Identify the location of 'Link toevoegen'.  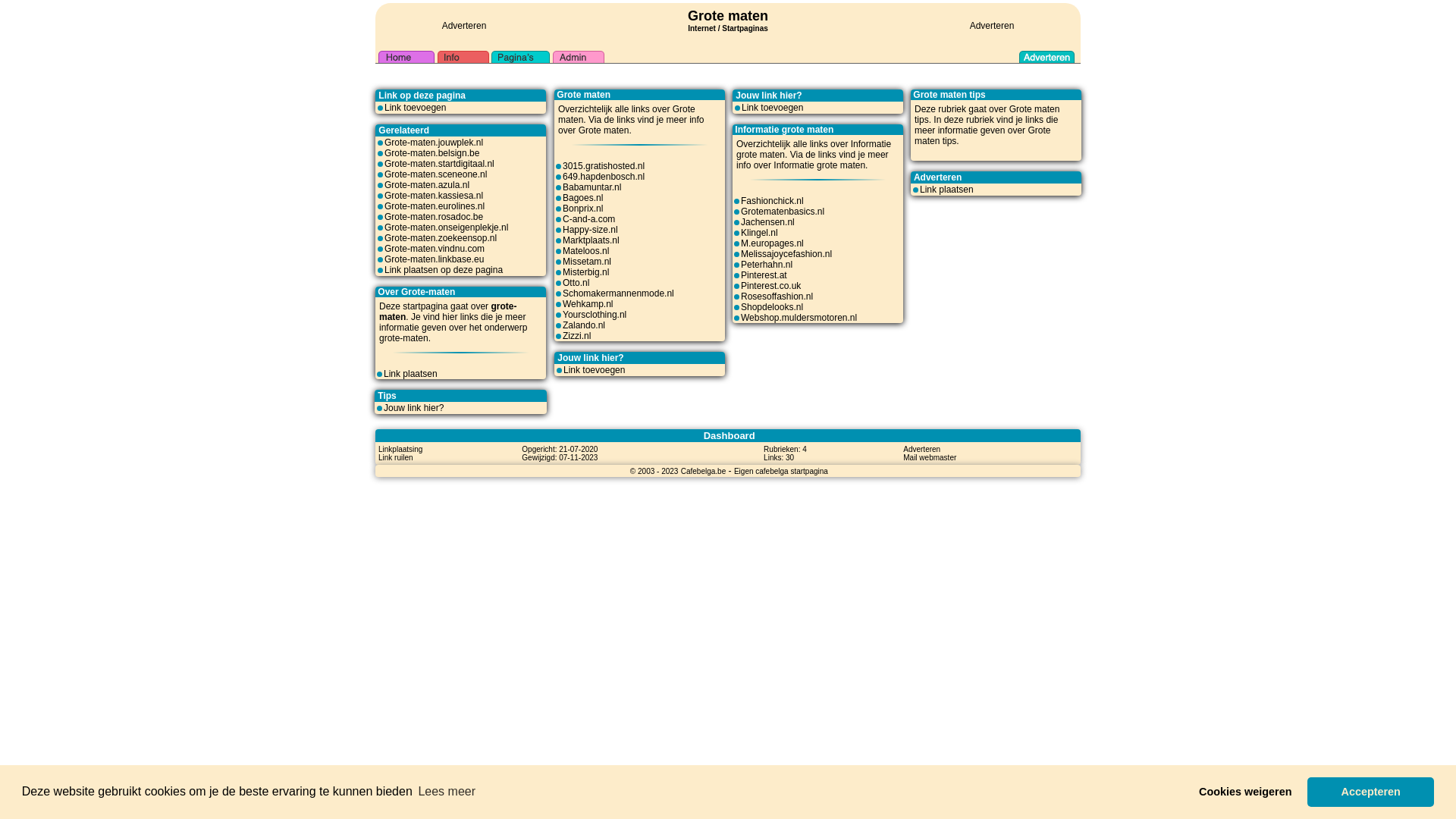
(772, 107).